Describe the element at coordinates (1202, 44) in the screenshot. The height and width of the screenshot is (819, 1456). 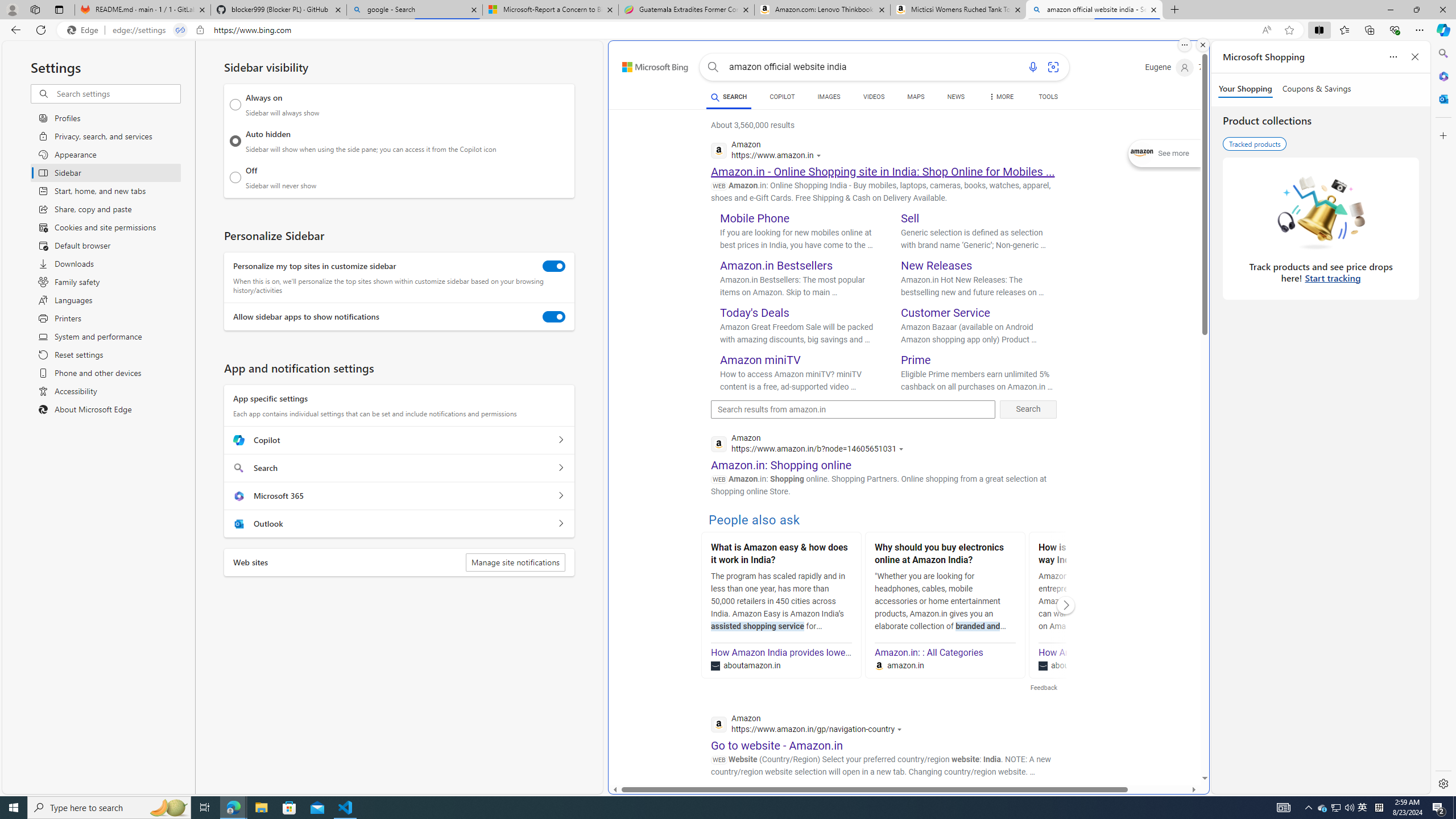
I see `'Close split screen.'` at that location.